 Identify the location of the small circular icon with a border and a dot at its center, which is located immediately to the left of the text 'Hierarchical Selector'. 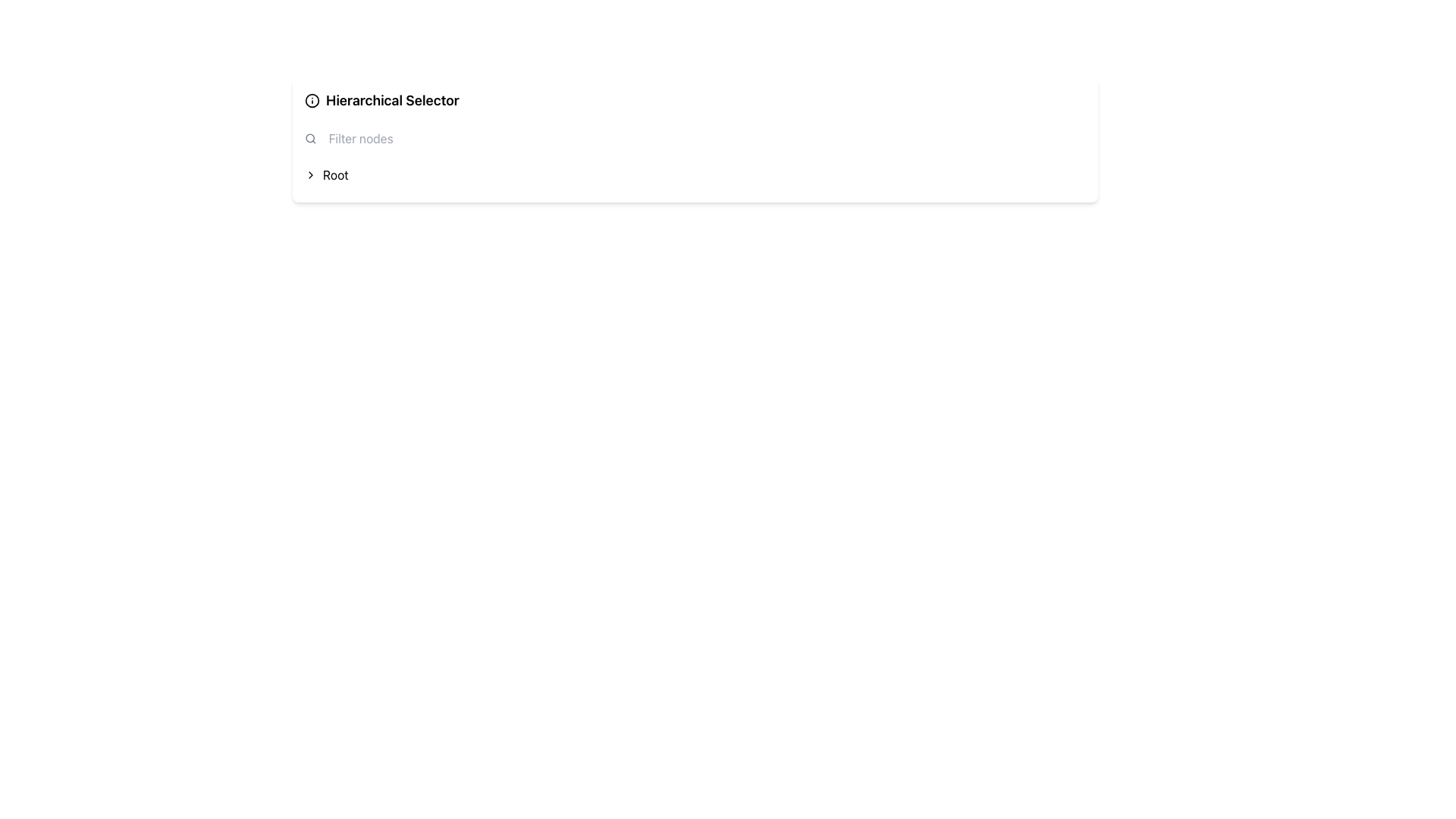
(312, 100).